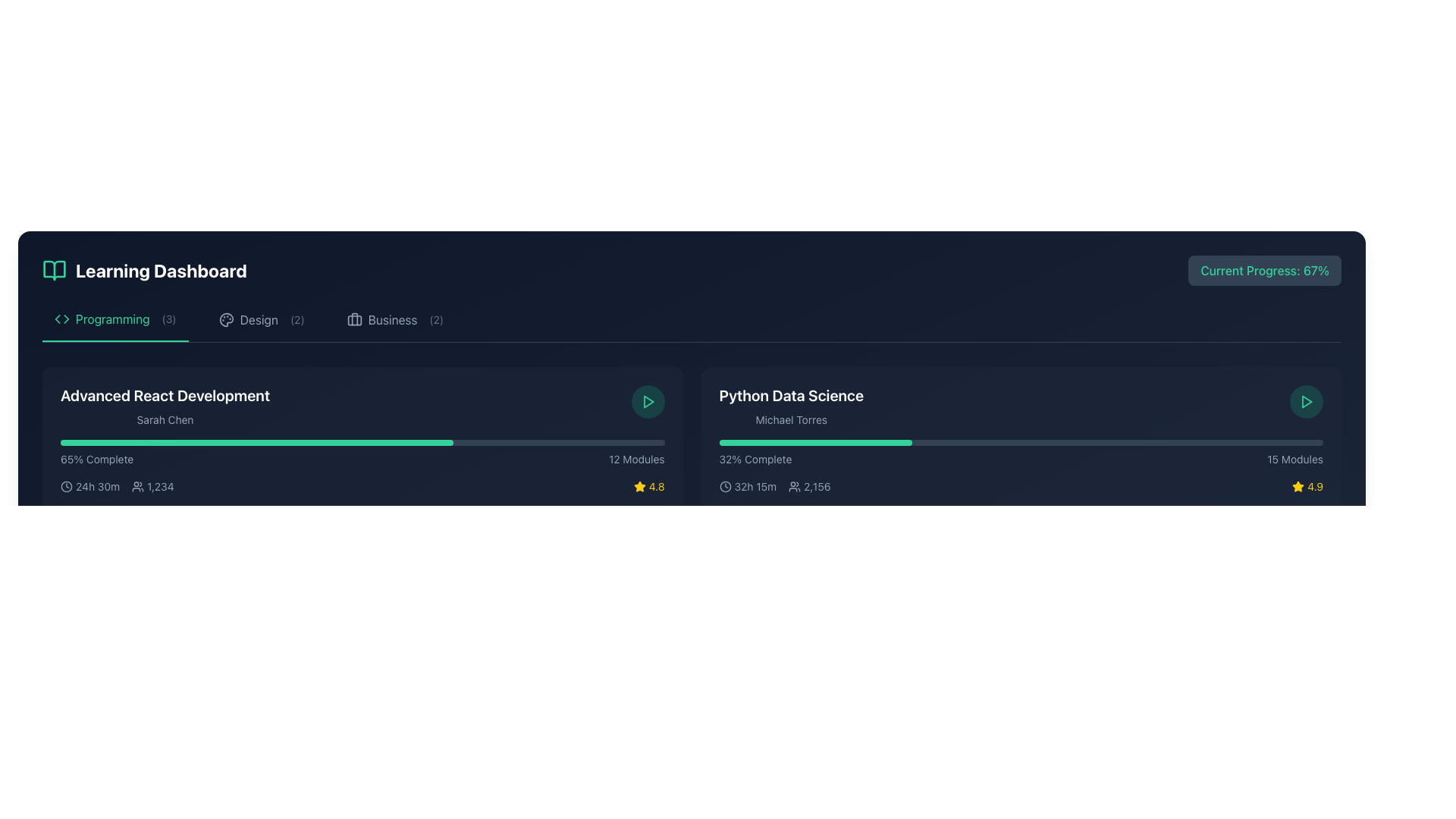 This screenshot has width=1456, height=819. I want to click on the Rating display element that consists of a yellow star icon and the text '4.9', located at the bottom right corner of the 'Python Data Science' card, next to the modules count text '15 Modules', so click(1307, 486).